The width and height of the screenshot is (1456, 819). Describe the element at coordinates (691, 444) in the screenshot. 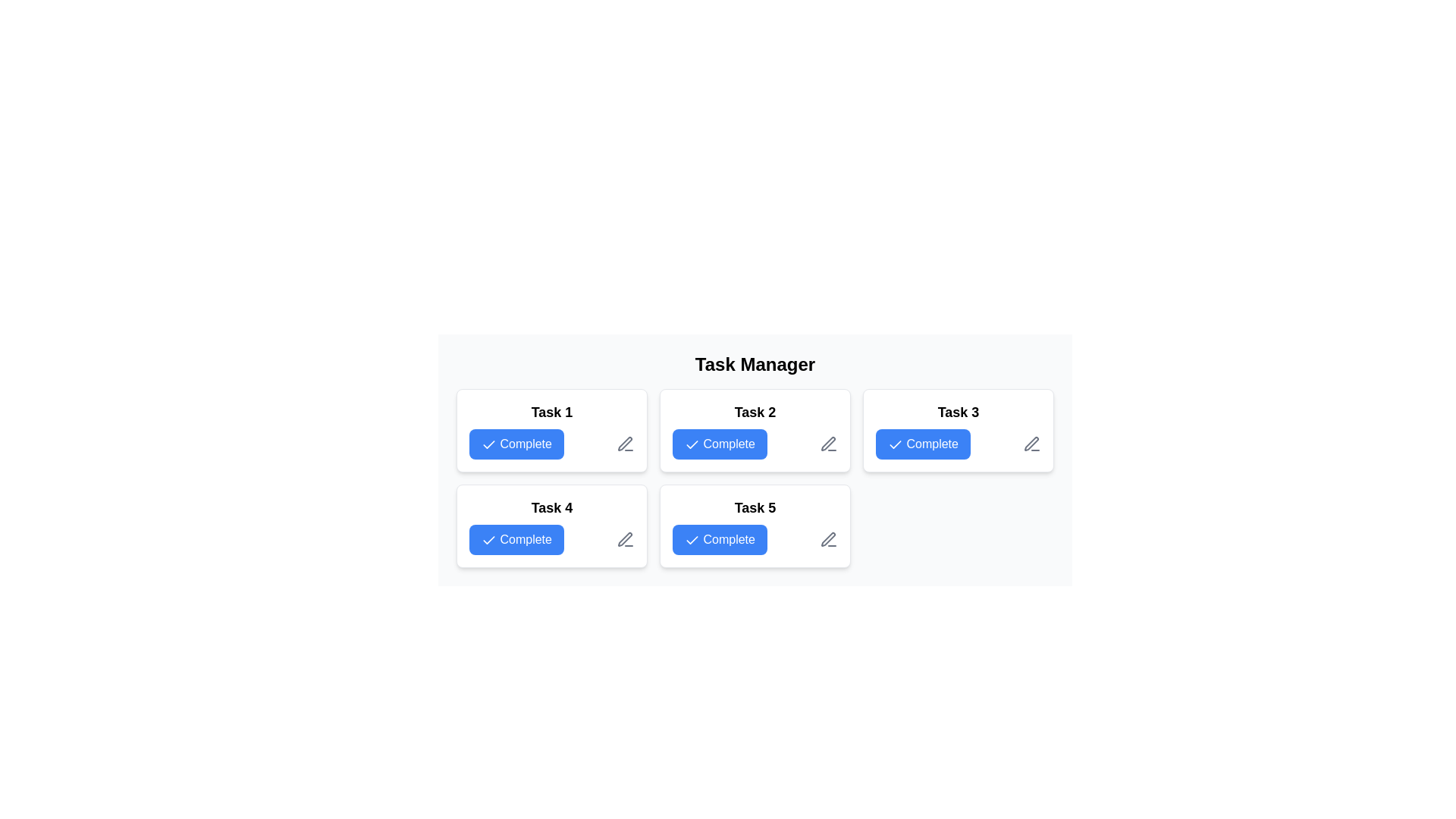

I see `the tick icon within the blue 'Complete' button in the 'Task 2' card` at that location.